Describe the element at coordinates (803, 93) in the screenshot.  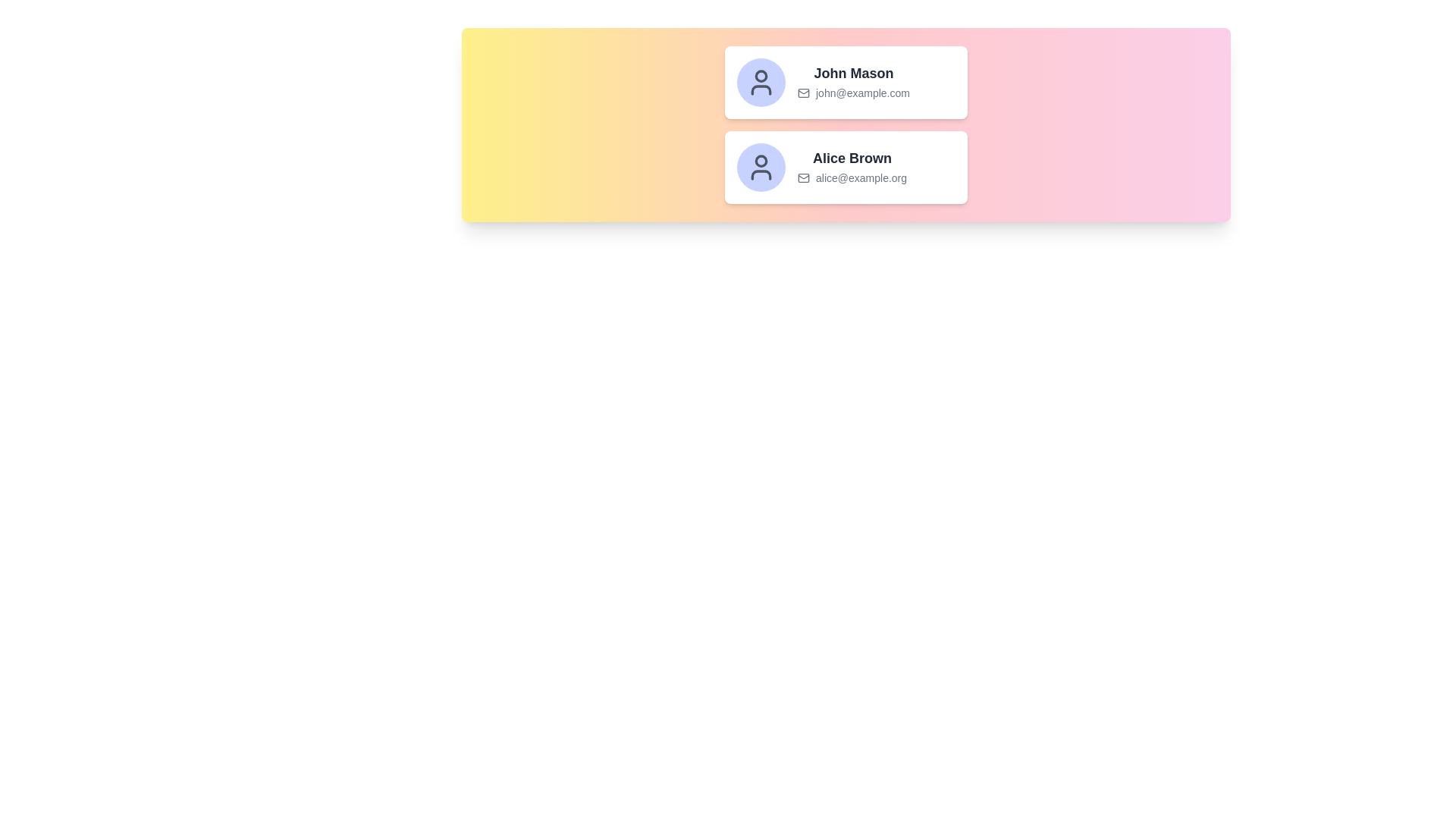
I see `the email icon representing the email address associated with the user, positioned to the left of 'john@example.com' in the card layout for 'John Mason'` at that location.